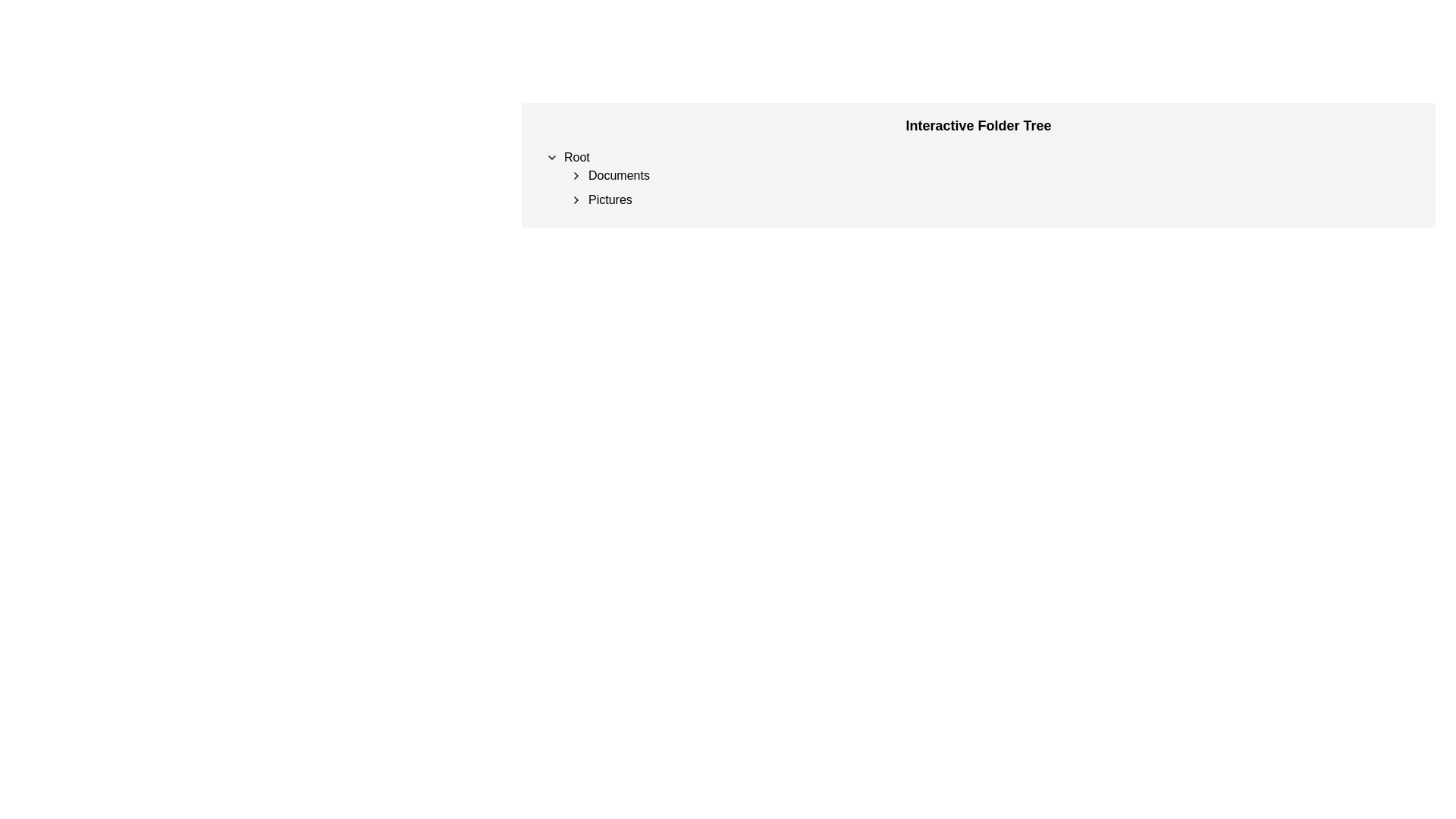  Describe the element at coordinates (576, 158) in the screenshot. I see `the static text label displaying 'Root', which is positioned next to a downward chevron icon, indicating its role in a collapsible folder structure` at that location.